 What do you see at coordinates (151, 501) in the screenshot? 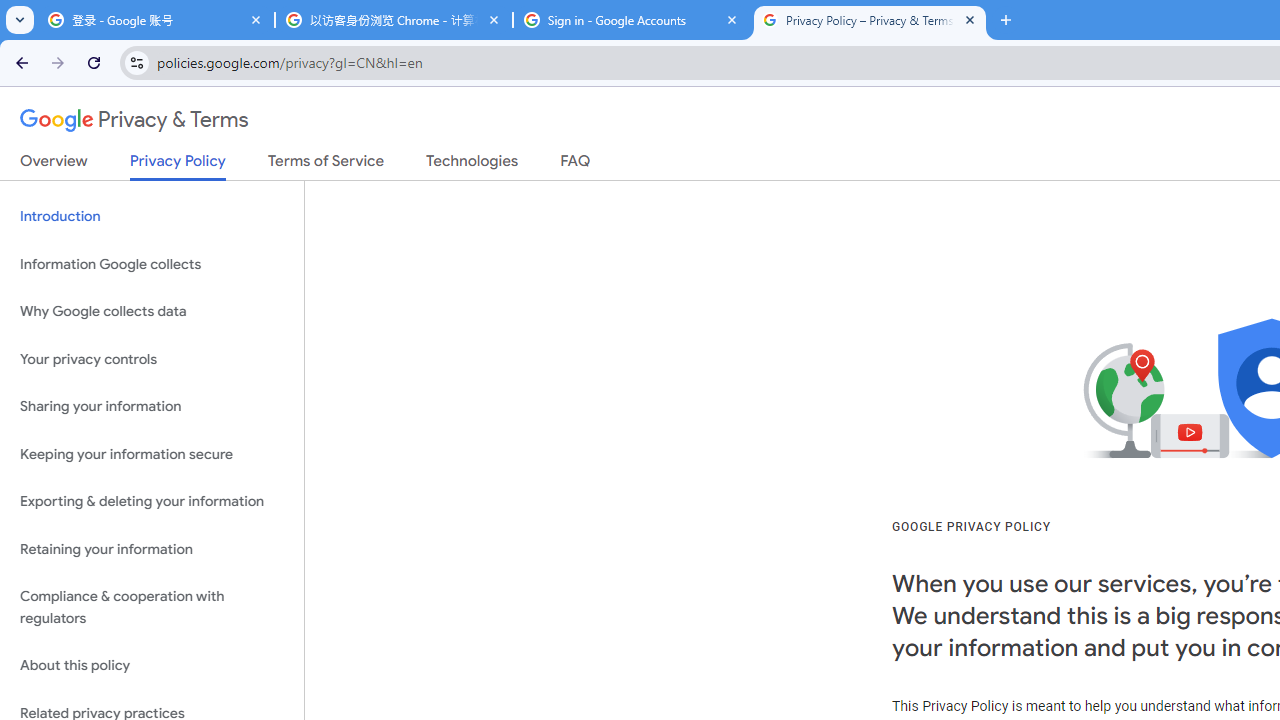
I see `'Exporting & deleting your information'` at bounding box center [151, 501].